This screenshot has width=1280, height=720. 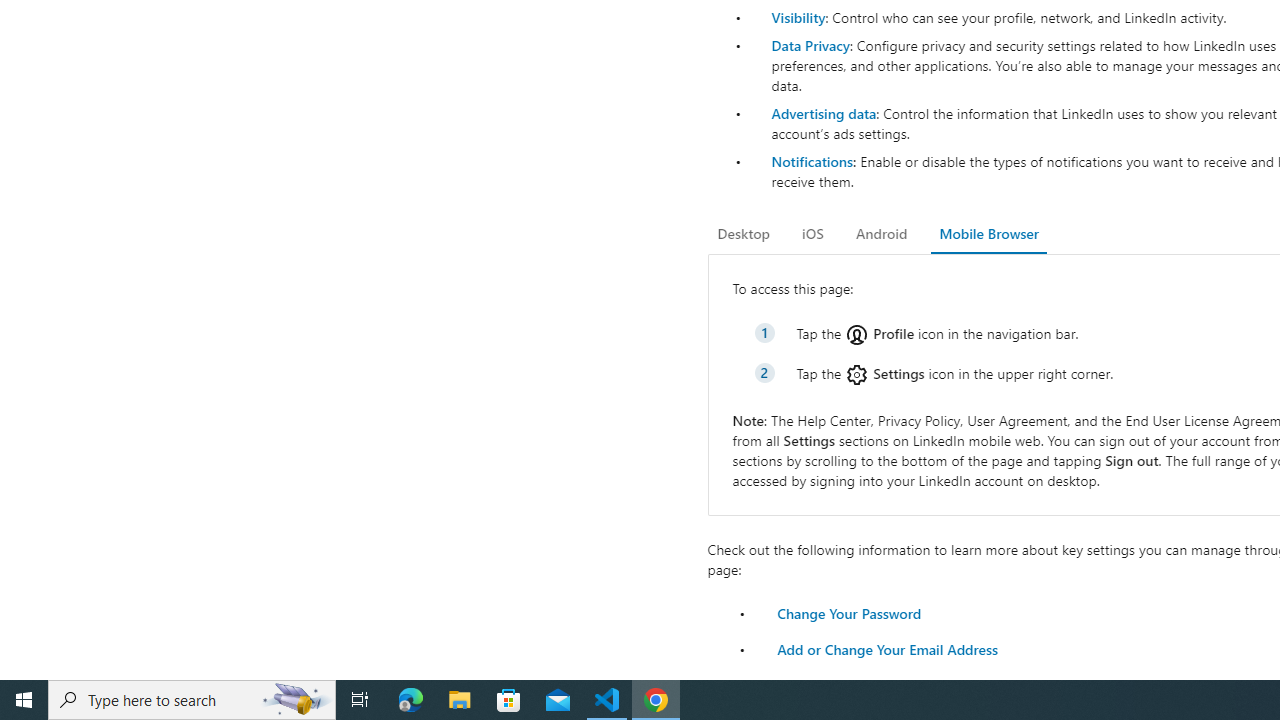 What do you see at coordinates (811, 160) in the screenshot?
I see `'Notifications'` at bounding box center [811, 160].